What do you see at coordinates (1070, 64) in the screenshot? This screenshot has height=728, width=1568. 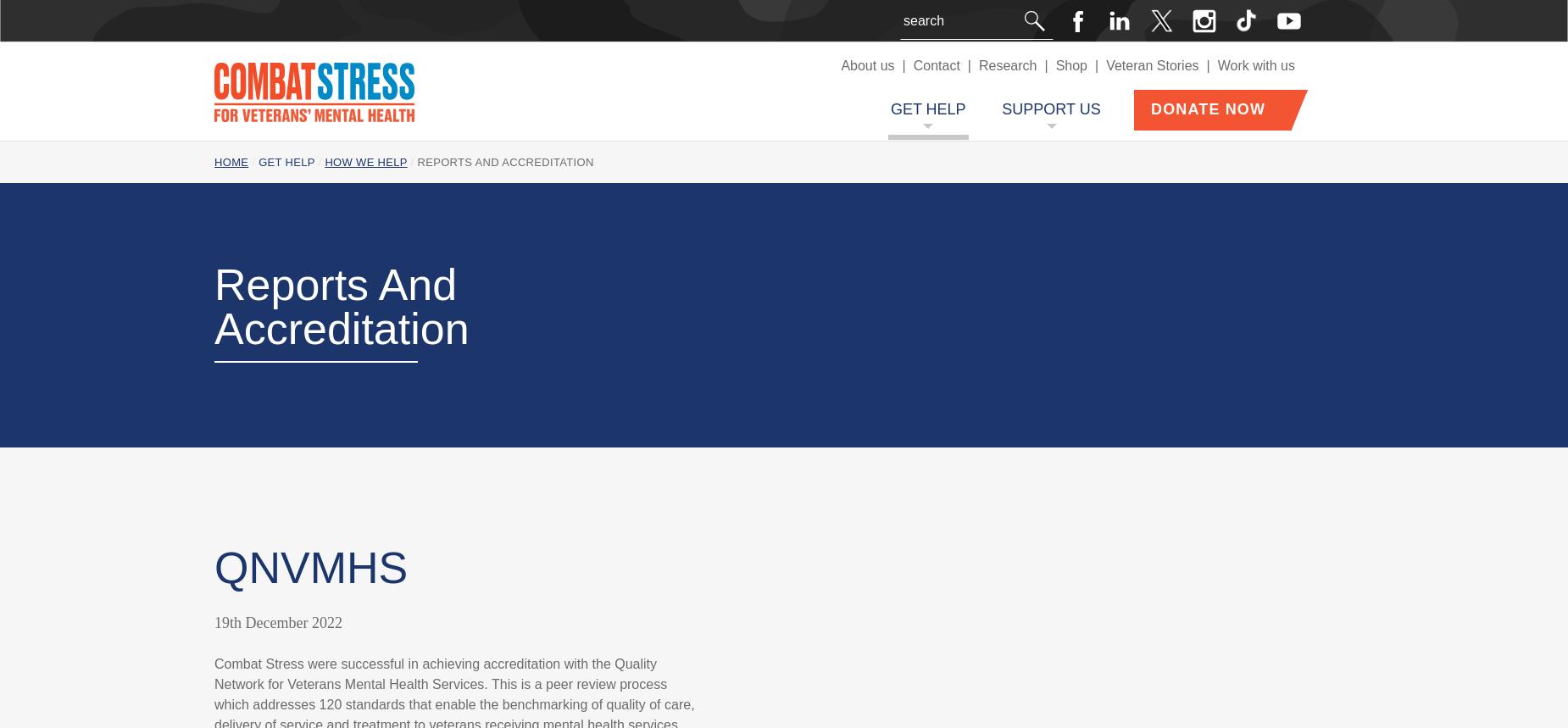 I see `'Shop'` at bounding box center [1070, 64].